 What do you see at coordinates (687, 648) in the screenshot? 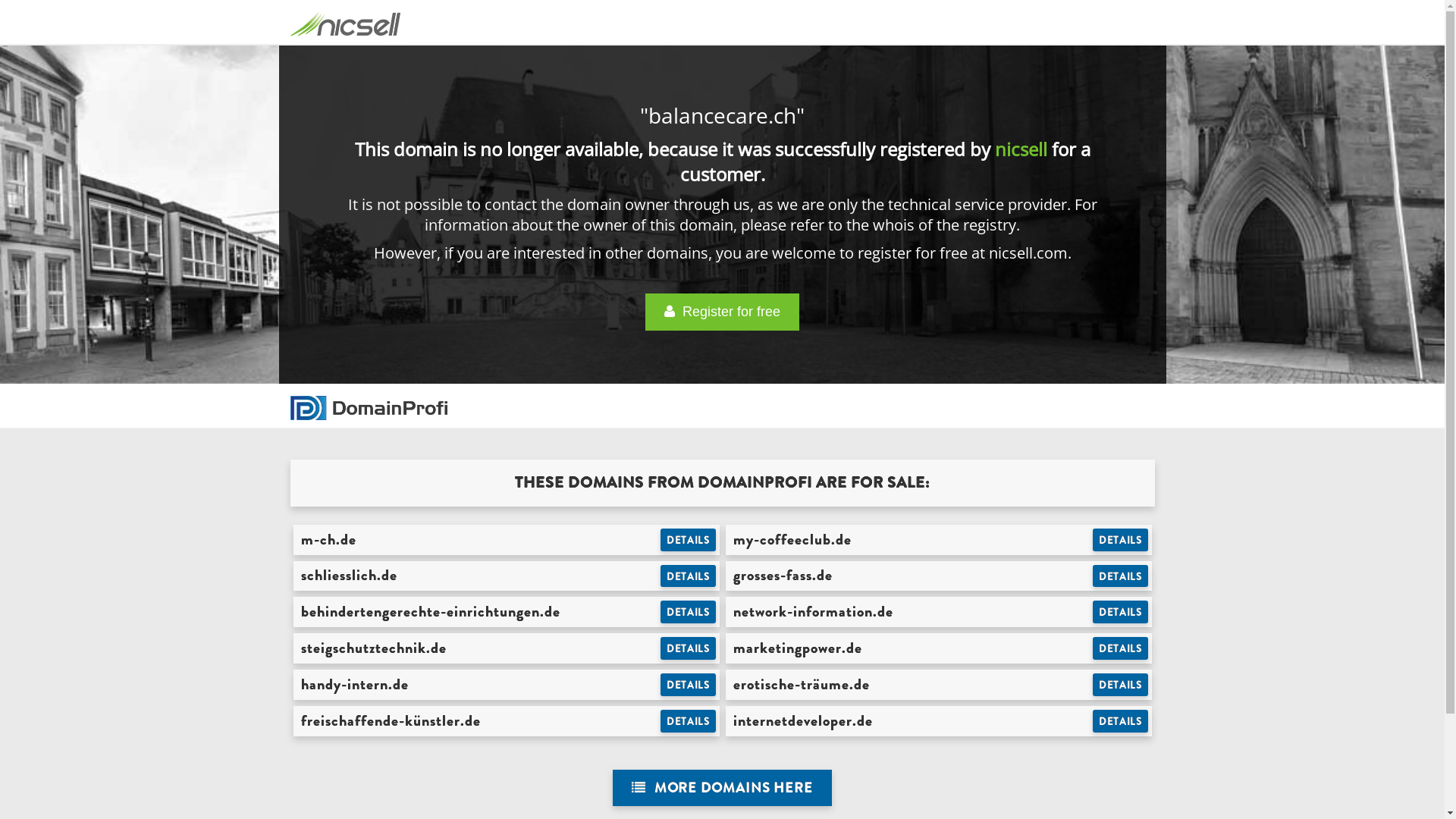
I see `'DETAILS'` at bounding box center [687, 648].